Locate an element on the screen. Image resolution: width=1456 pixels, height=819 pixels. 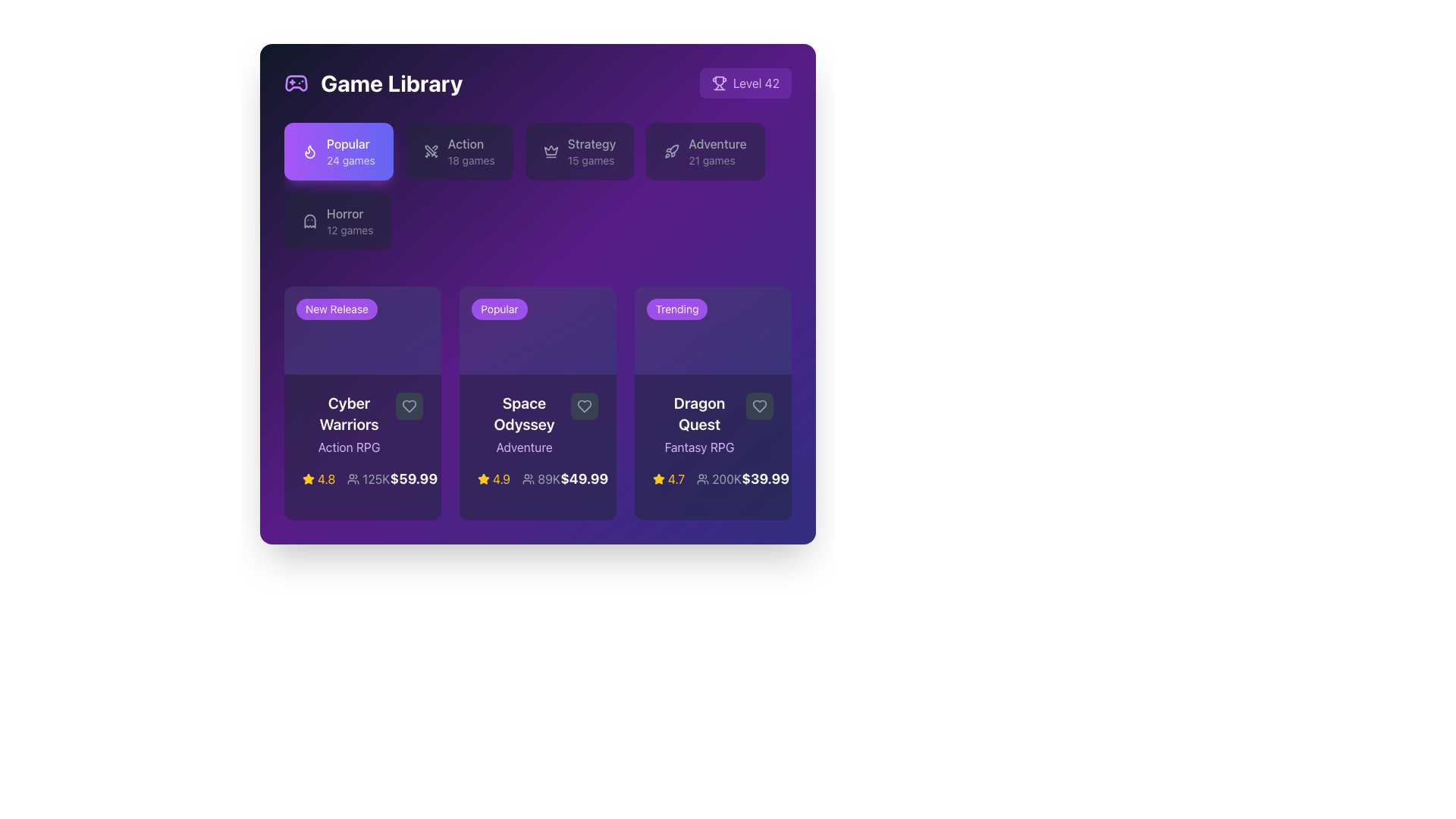
the information display section at the bottom of the 'Dragon Quest' card in the third column of the grid layout under the 'Trending' tag is located at coordinates (712, 479).